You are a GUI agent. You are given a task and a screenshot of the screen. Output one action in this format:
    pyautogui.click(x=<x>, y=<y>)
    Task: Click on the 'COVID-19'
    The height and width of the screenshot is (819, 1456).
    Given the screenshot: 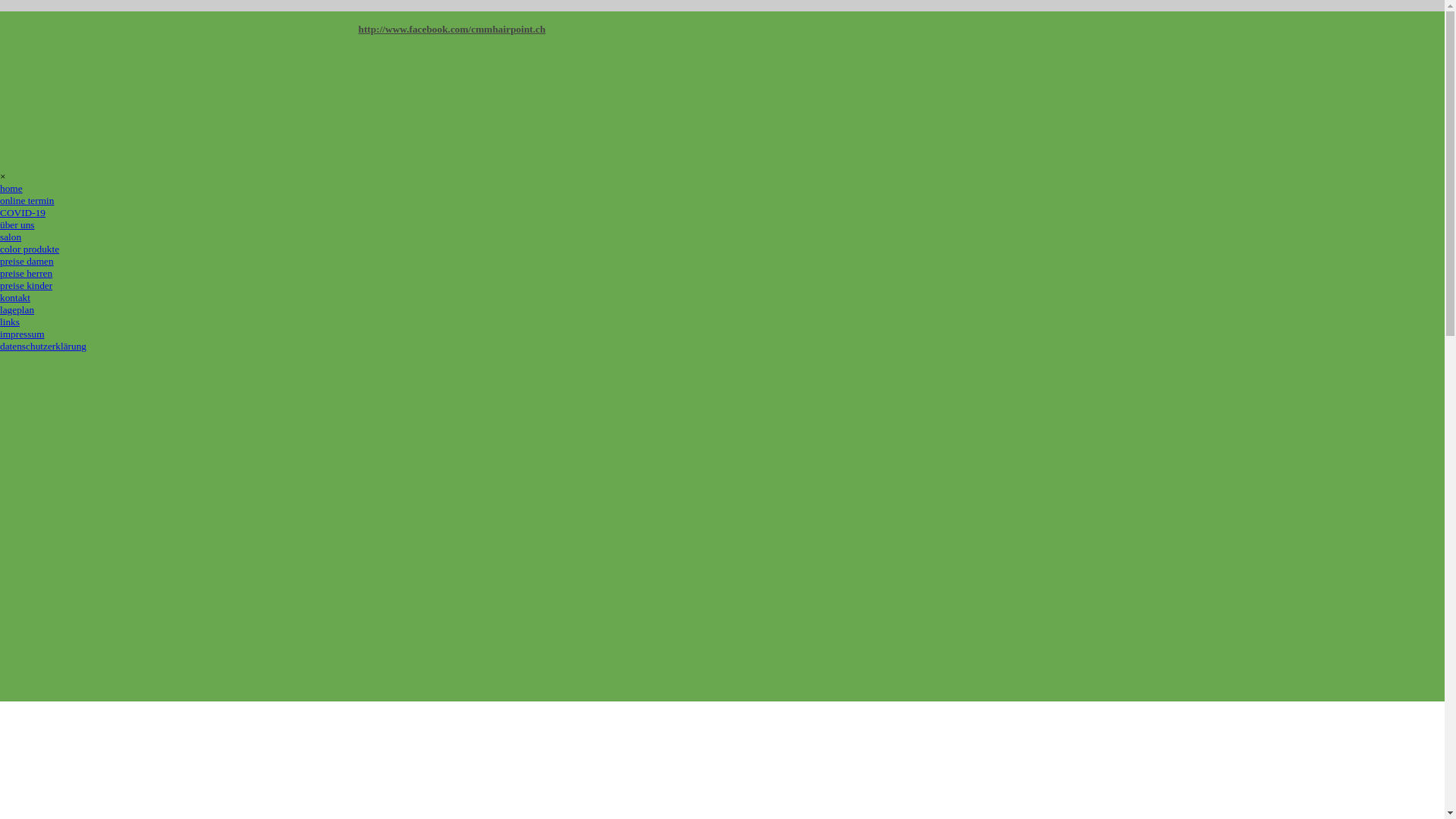 What is the action you would take?
    pyautogui.click(x=22, y=212)
    